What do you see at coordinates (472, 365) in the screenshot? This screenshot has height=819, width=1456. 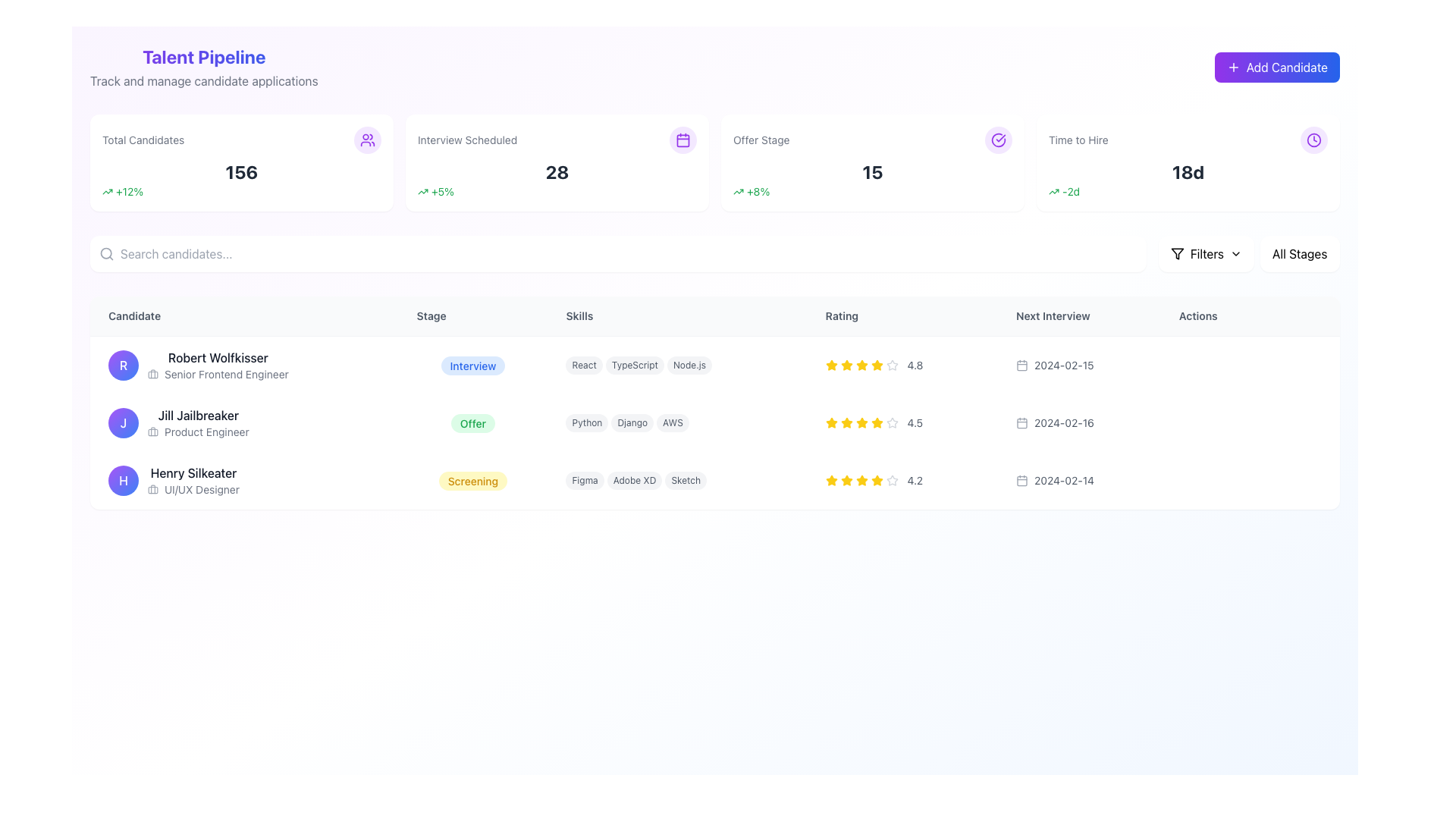 I see `the 'Interview' stage label in the 'Stage' column for the candidate Robert Wolfkisser` at bounding box center [472, 365].